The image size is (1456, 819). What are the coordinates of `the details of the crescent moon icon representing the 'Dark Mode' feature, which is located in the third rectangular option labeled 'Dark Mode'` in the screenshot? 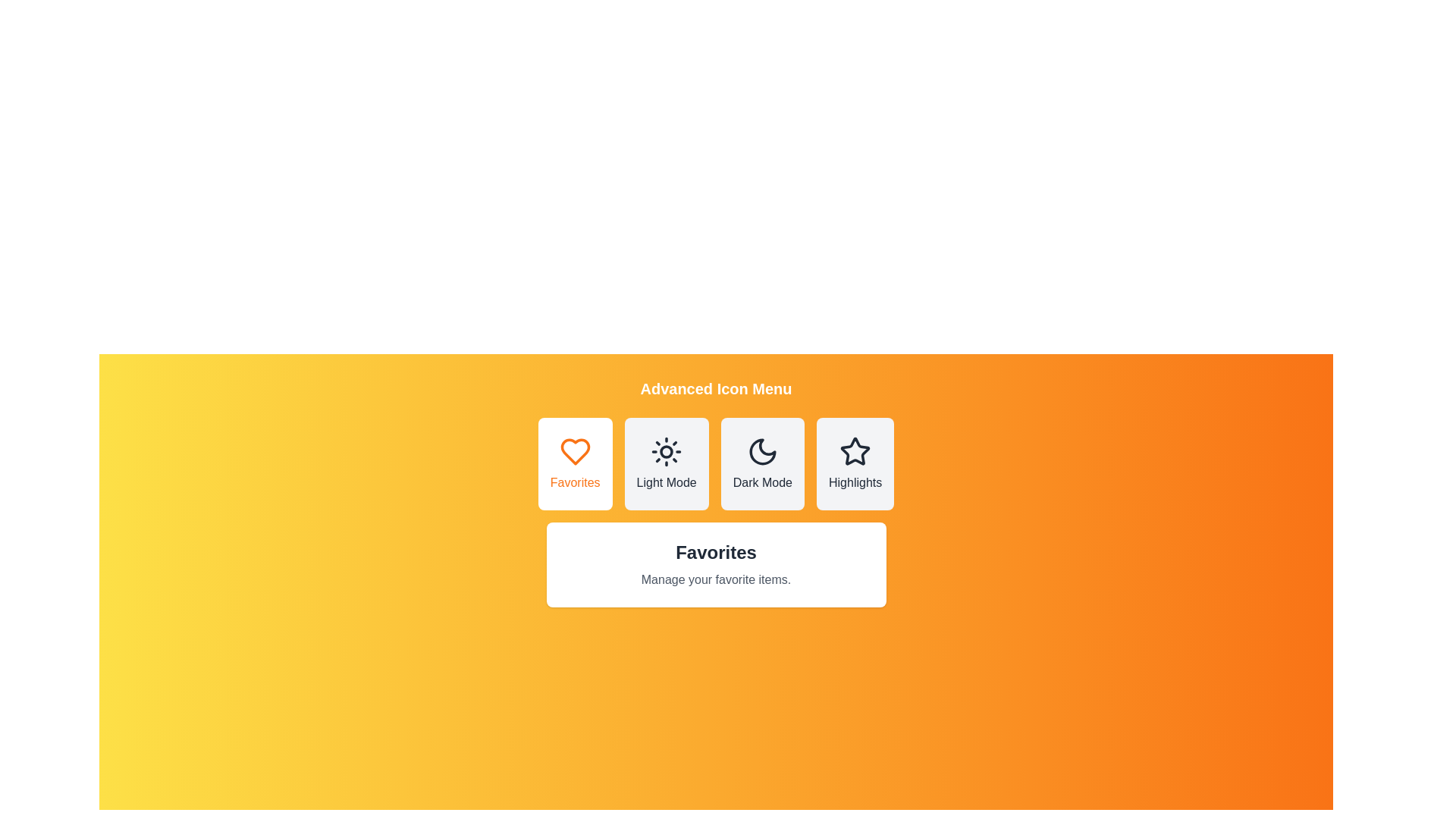 It's located at (762, 451).